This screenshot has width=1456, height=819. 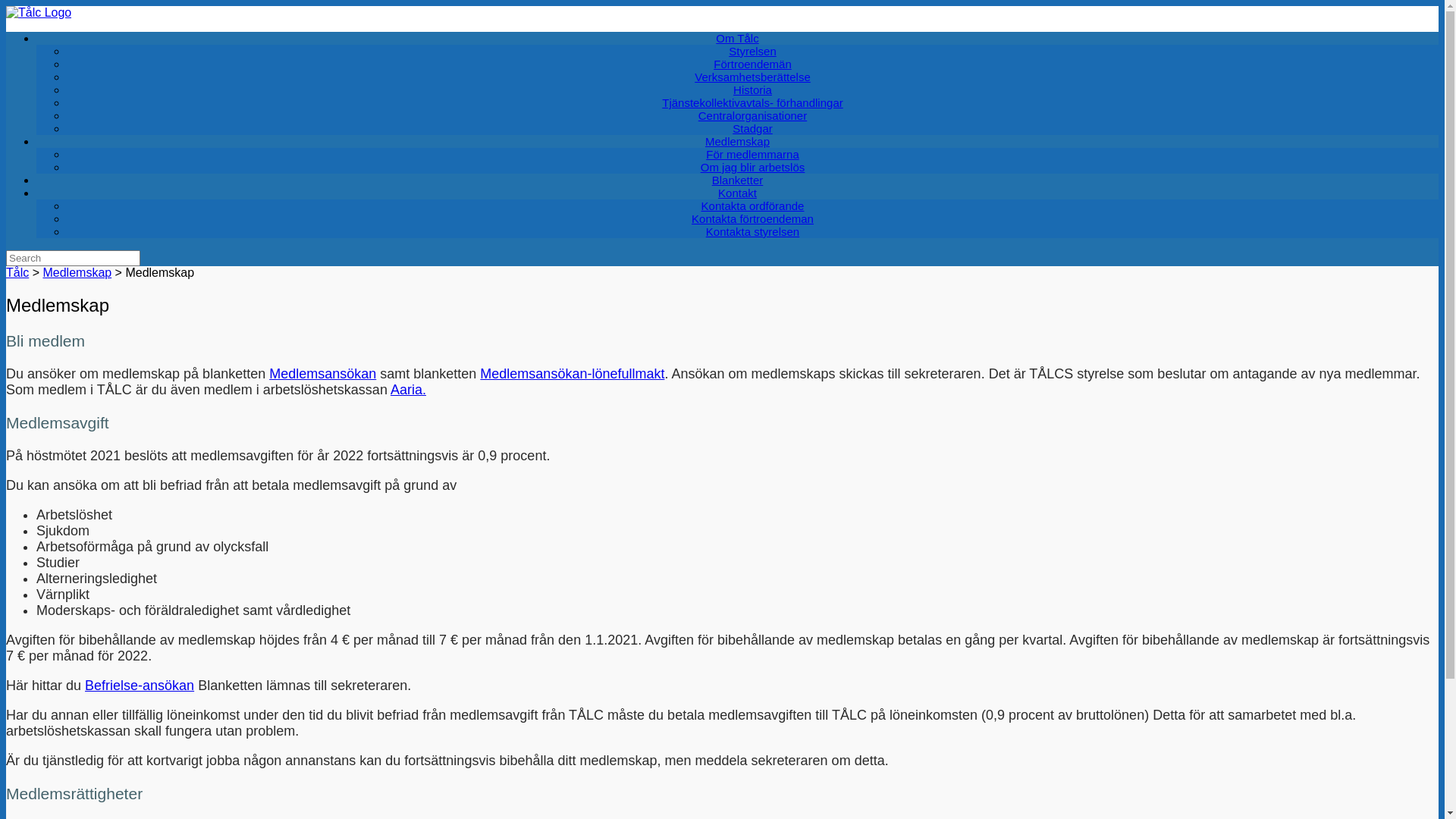 I want to click on 'Centralorganisationer', so click(x=675, y=115).